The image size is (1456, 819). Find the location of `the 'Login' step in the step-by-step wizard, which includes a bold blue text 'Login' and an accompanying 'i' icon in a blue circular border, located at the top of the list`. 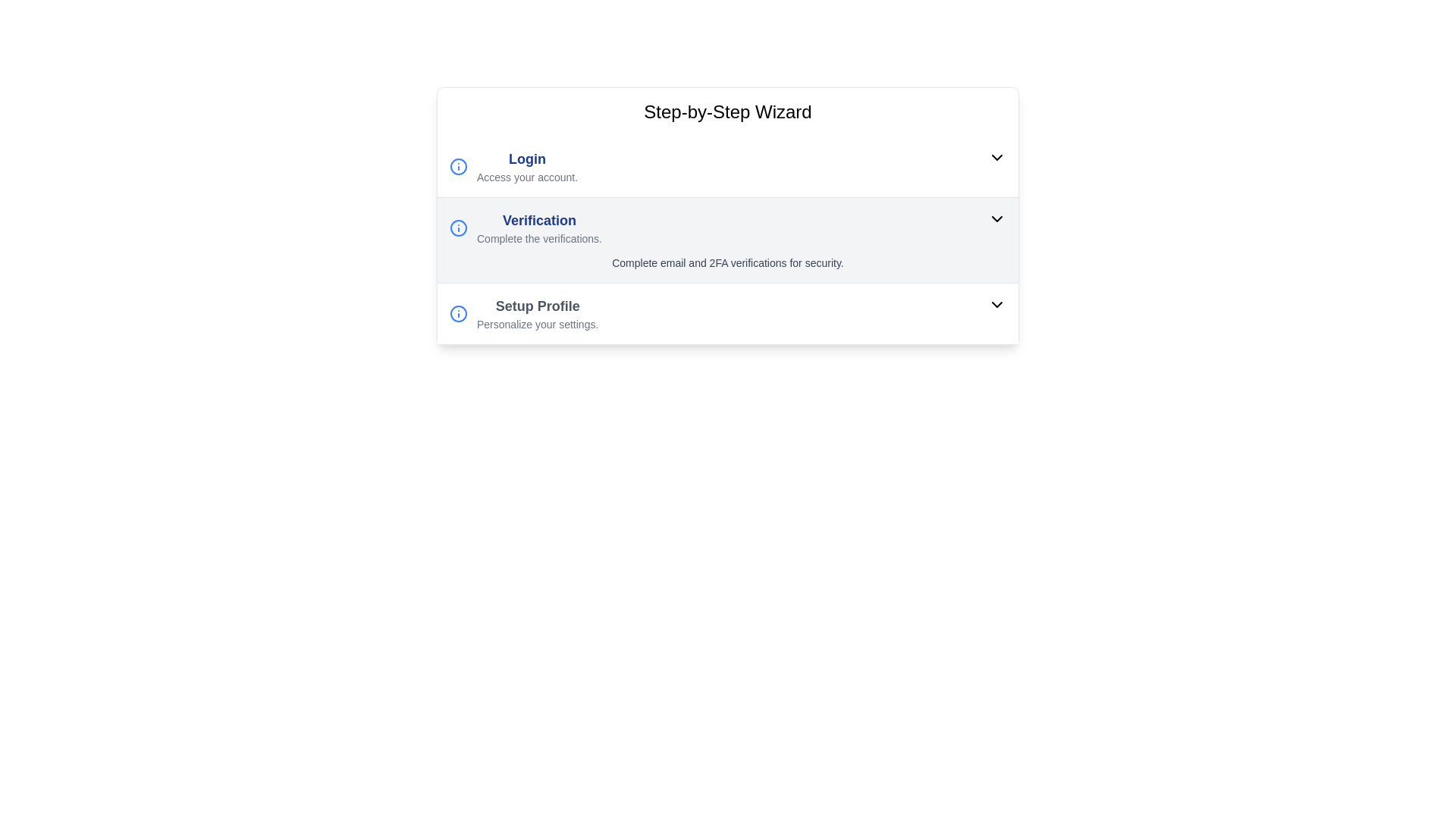

the 'Login' step in the step-by-step wizard, which includes a bold blue text 'Login' and an accompanying 'i' icon in a blue circular border, located at the top of the list is located at coordinates (513, 166).